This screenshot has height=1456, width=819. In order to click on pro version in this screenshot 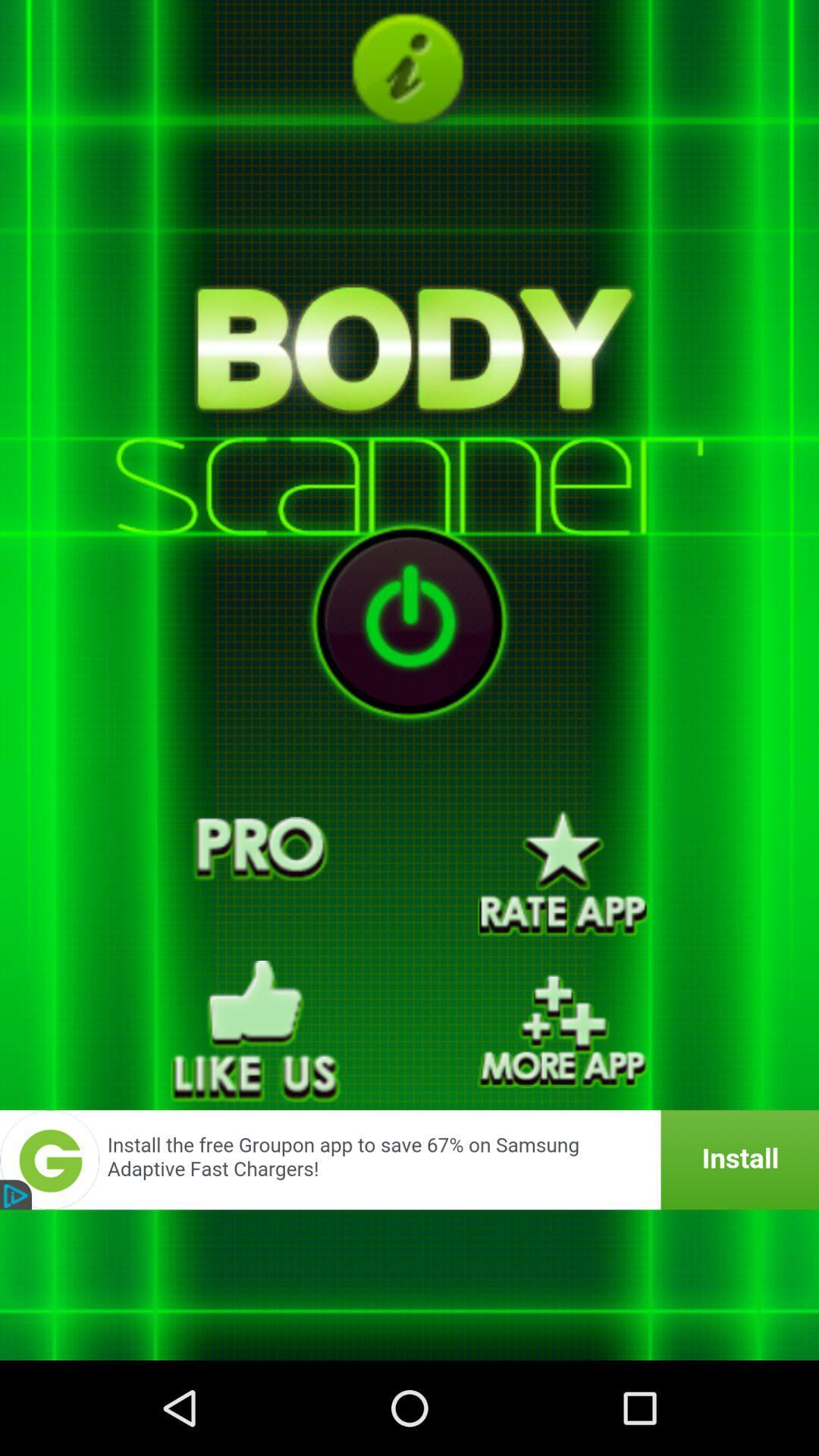, I will do `click(255, 874)`.